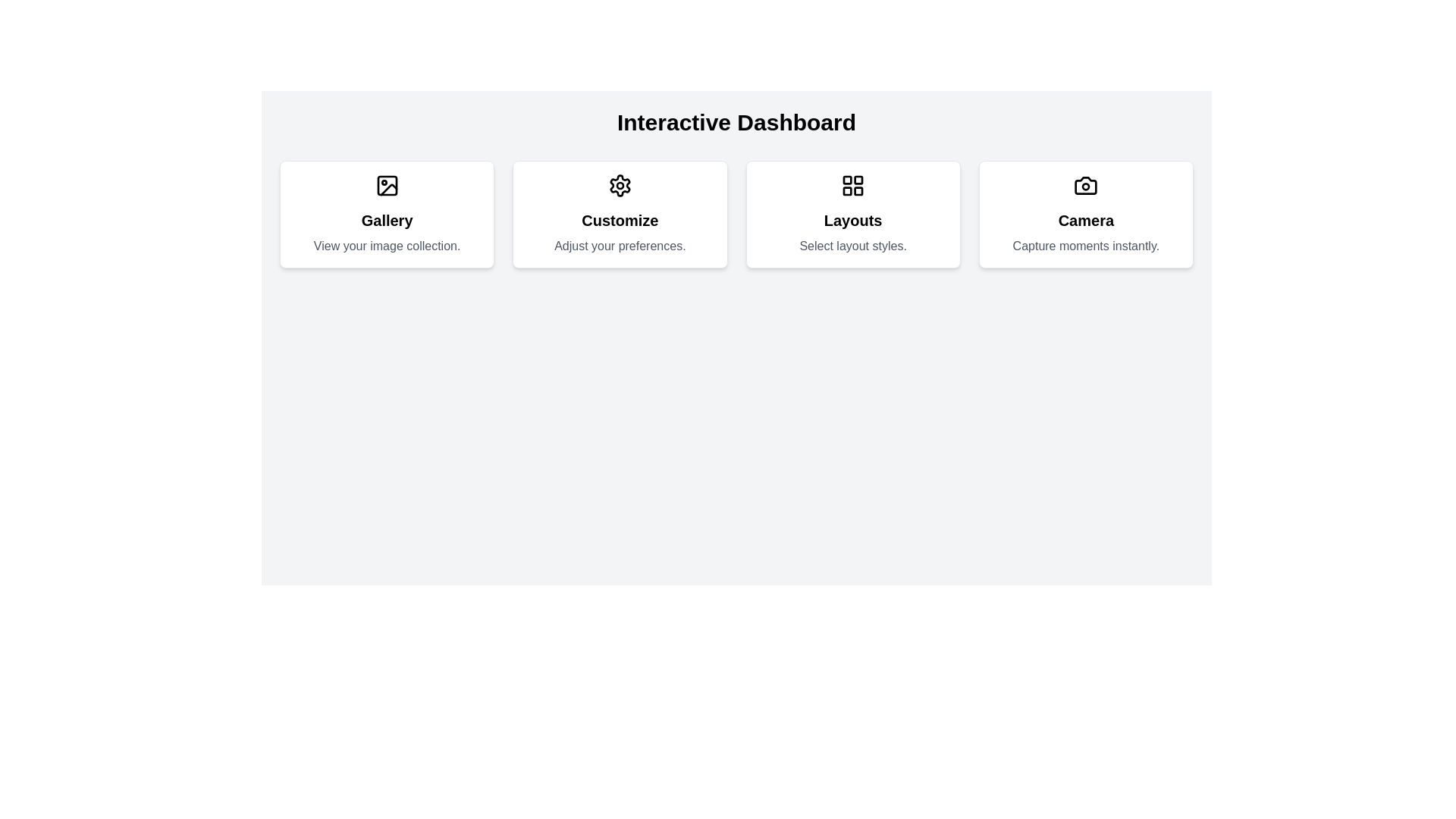 The width and height of the screenshot is (1456, 819). What do you see at coordinates (1085, 185) in the screenshot?
I see `the main body of the camera icon, which visually identifies the 'Camera' functionality` at bounding box center [1085, 185].